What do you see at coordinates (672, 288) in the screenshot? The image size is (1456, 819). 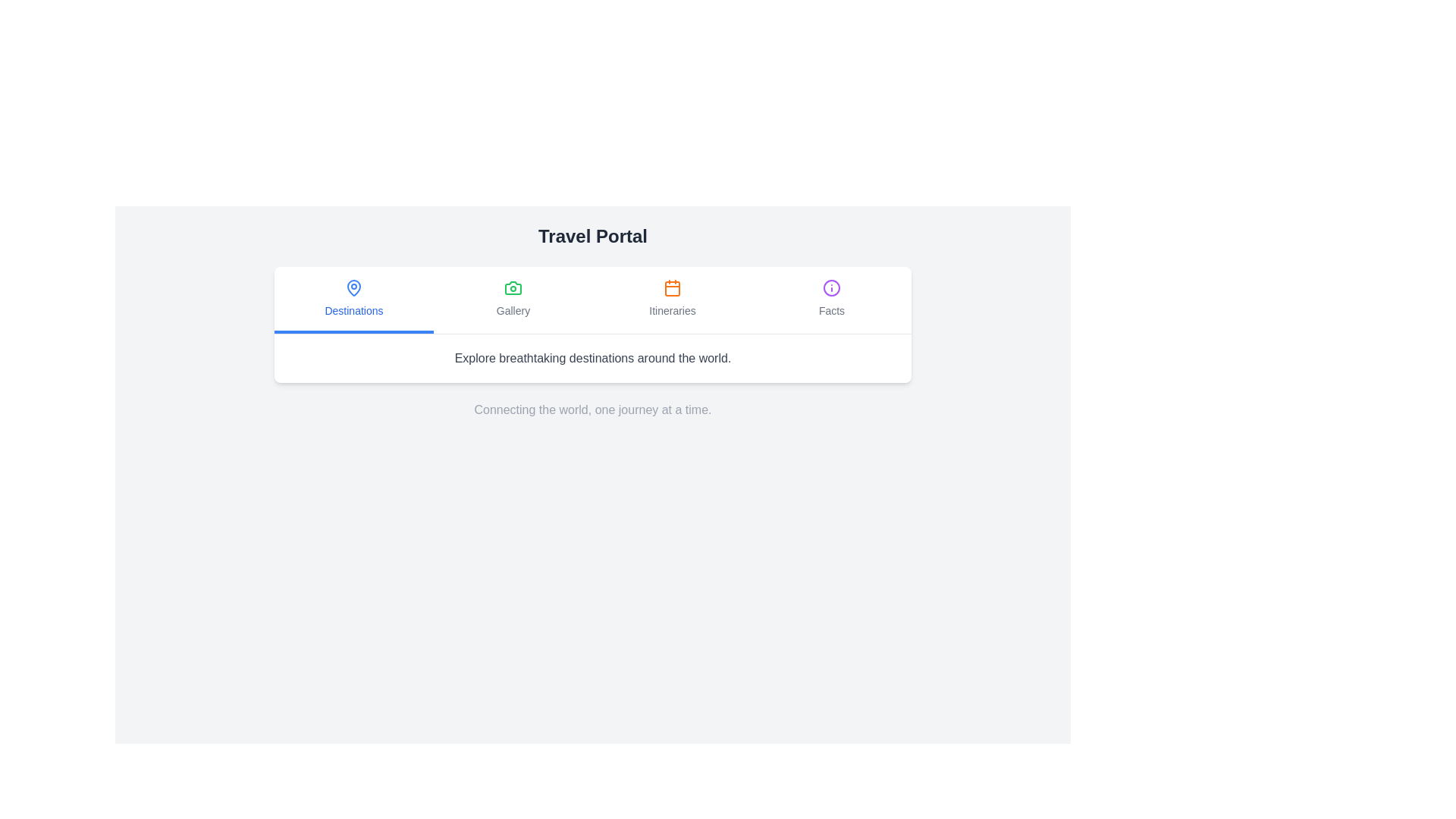 I see `the icon representing the 'Itineraries' section in the horizontal navigation bar for additional options` at bounding box center [672, 288].